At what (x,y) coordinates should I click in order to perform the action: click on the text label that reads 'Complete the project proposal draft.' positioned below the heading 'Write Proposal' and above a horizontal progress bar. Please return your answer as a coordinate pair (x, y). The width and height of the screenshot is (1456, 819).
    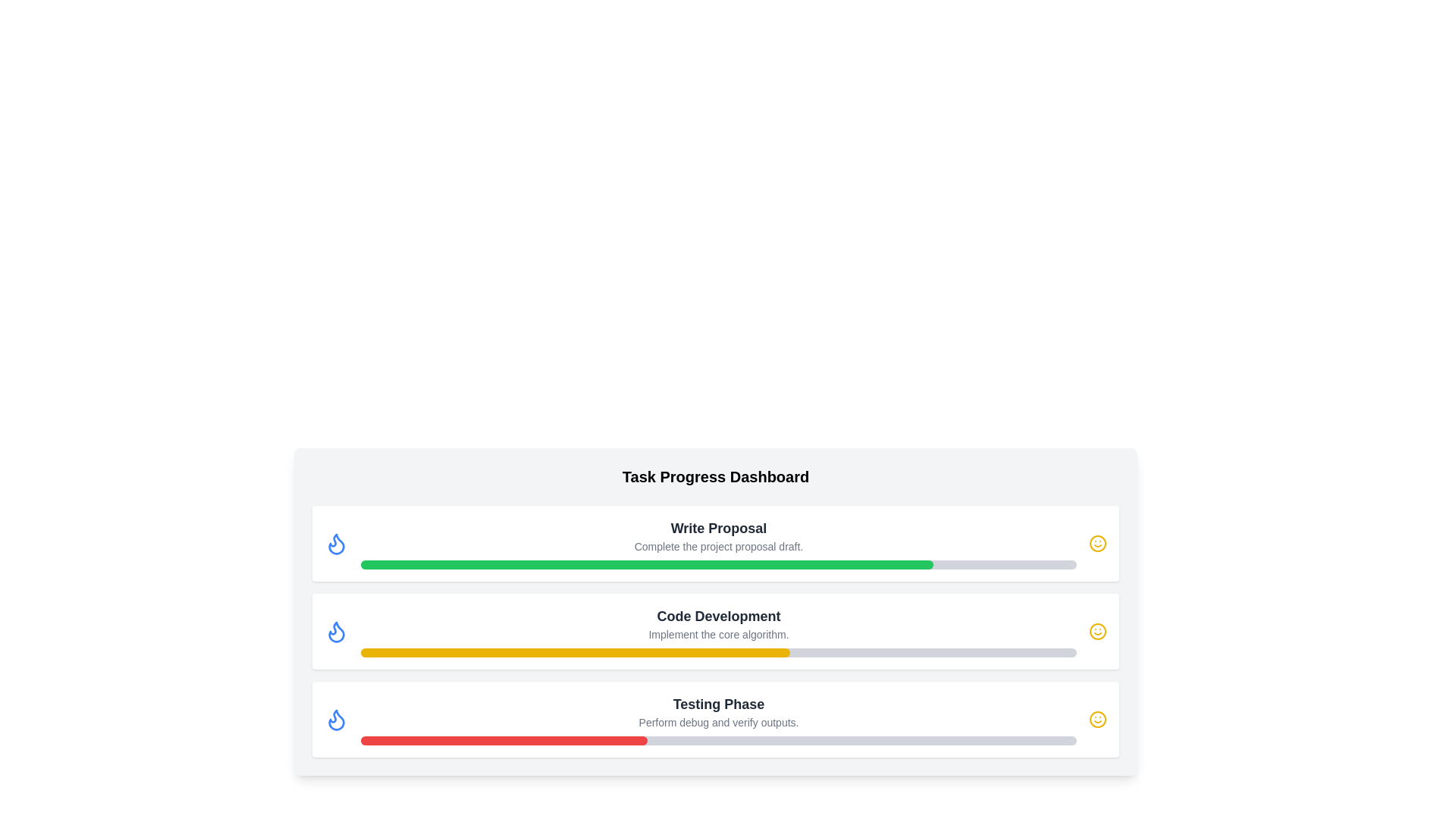
    Looking at the image, I should click on (718, 547).